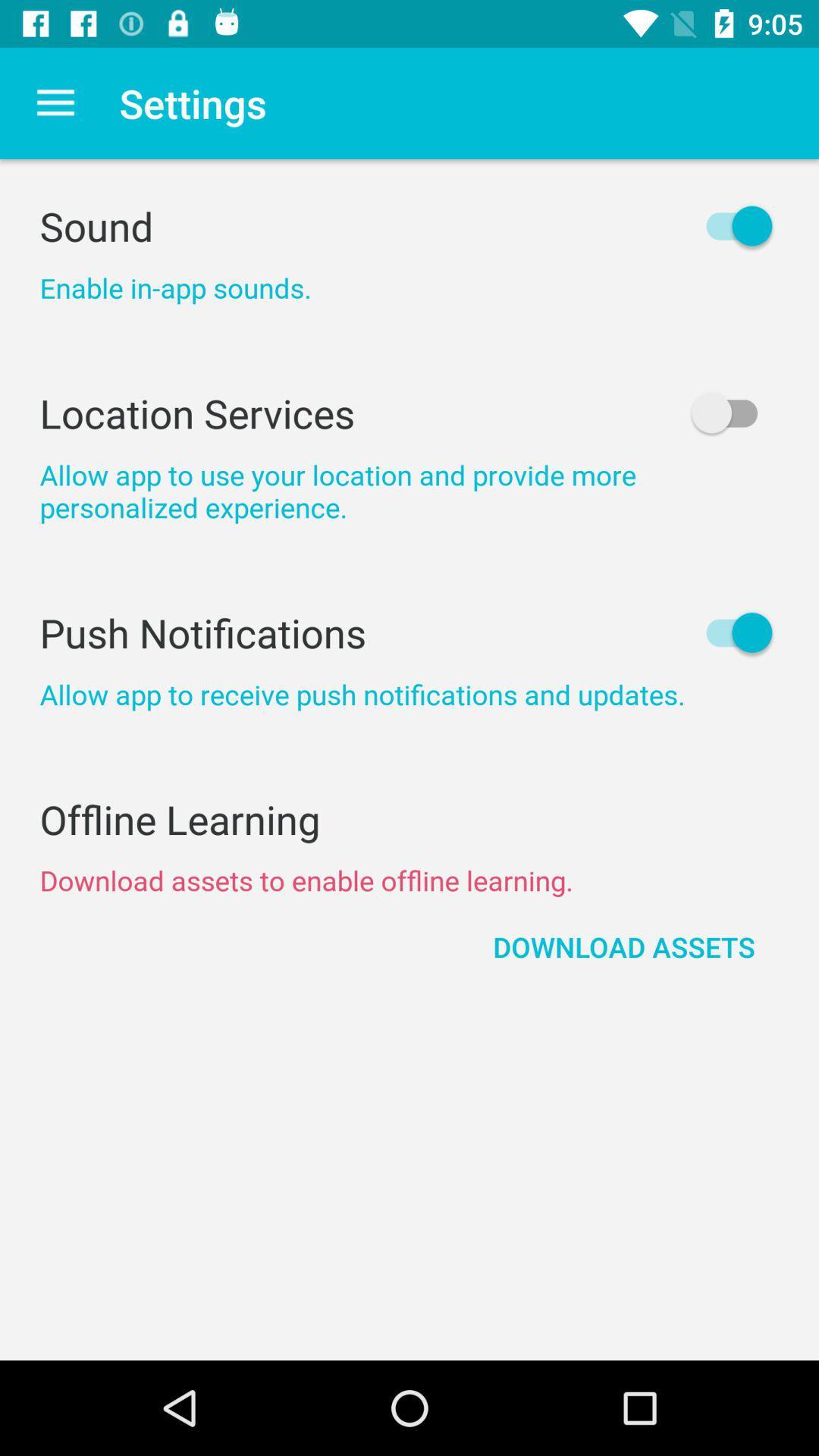 The image size is (819, 1456). What do you see at coordinates (409, 413) in the screenshot?
I see `item above the allow app to item` at bounding box center [409, 413].